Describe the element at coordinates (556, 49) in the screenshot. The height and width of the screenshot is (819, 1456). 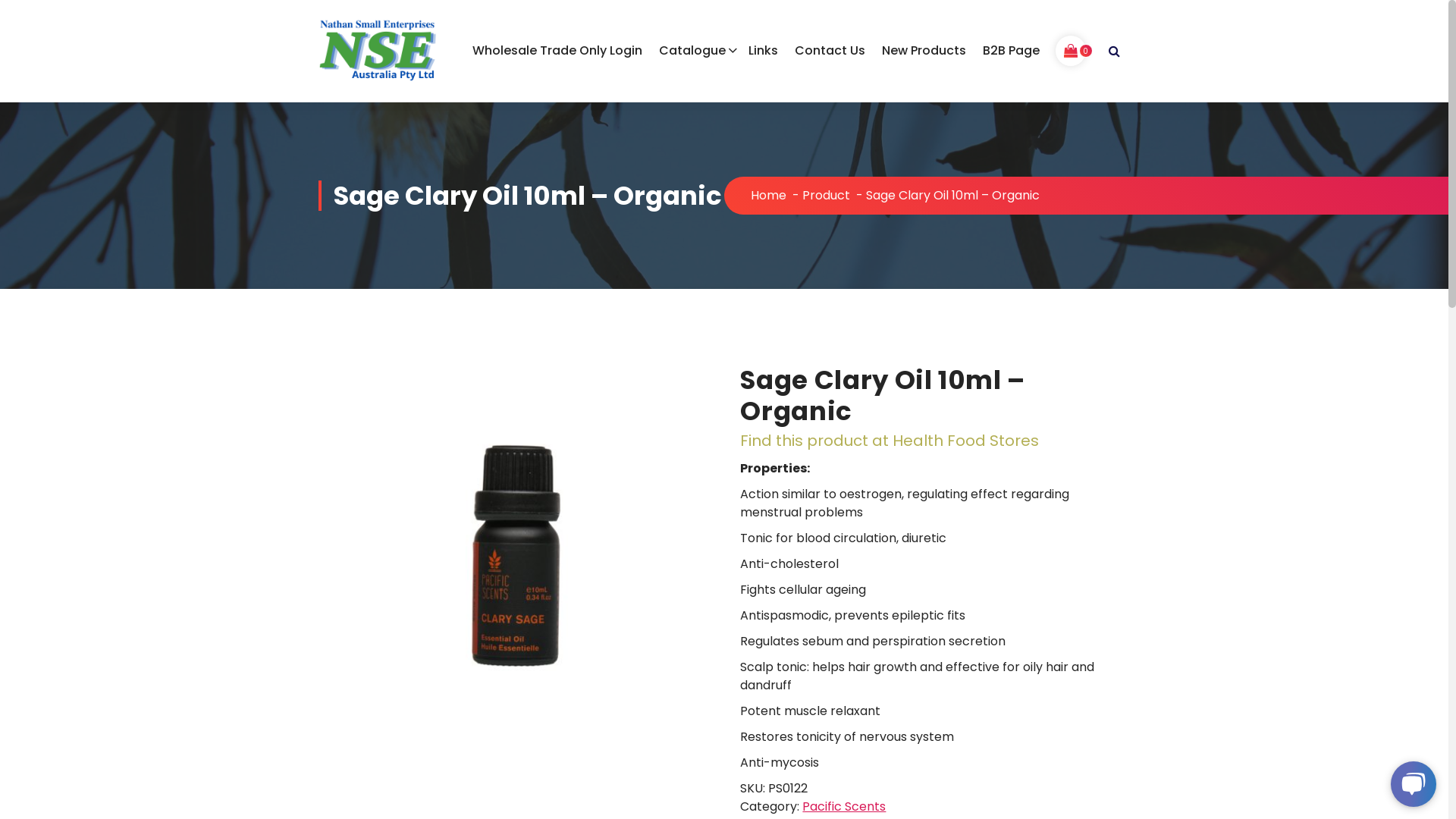
I see `'Wholesale Trade Only Login'` at that location.